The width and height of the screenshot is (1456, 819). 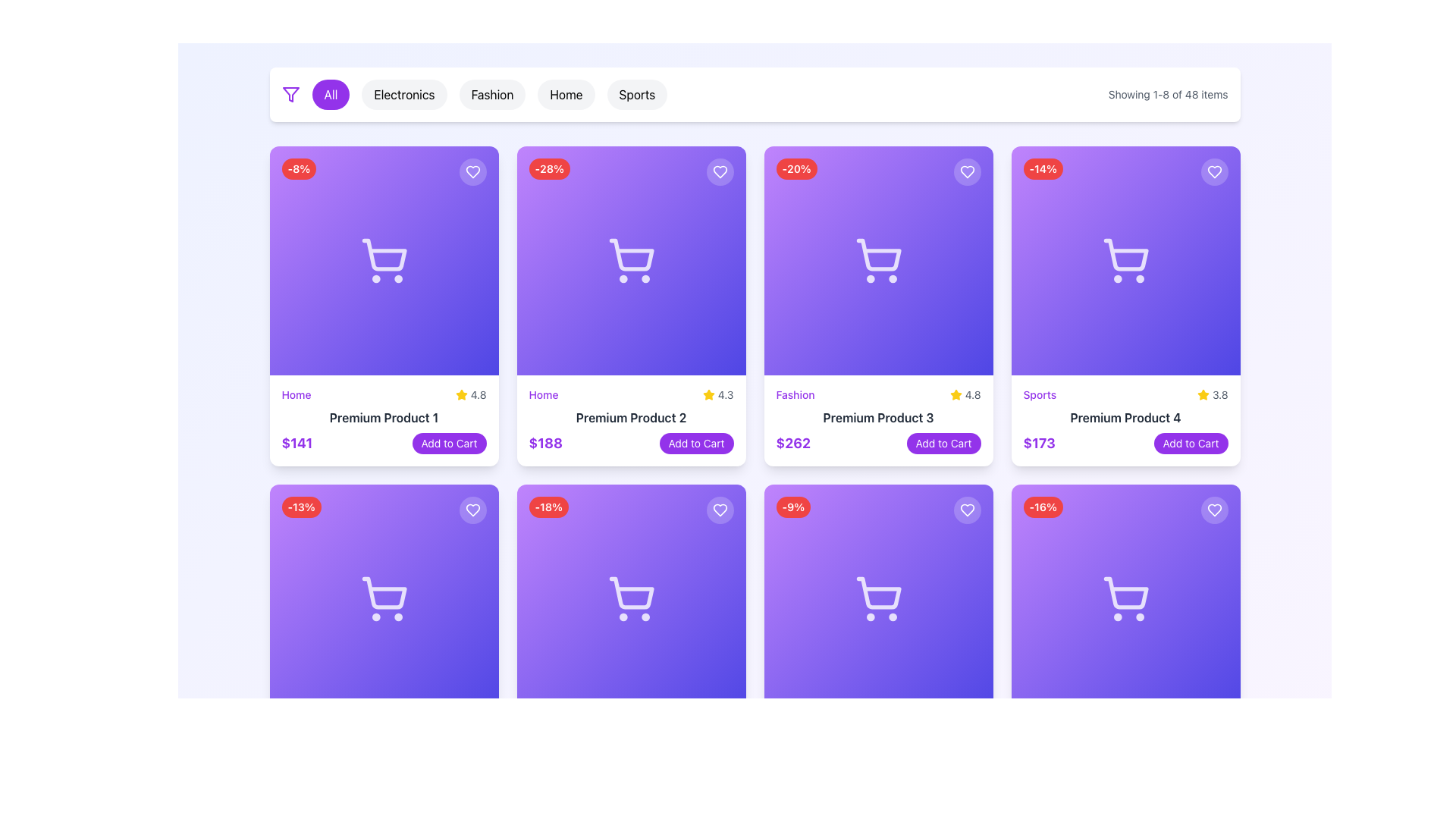 What do you see at coordinates (719, 510) in the screenshot?
I see `the favorite icon button located in the top-right corner of the second product card` at bounding box center [719, 510].